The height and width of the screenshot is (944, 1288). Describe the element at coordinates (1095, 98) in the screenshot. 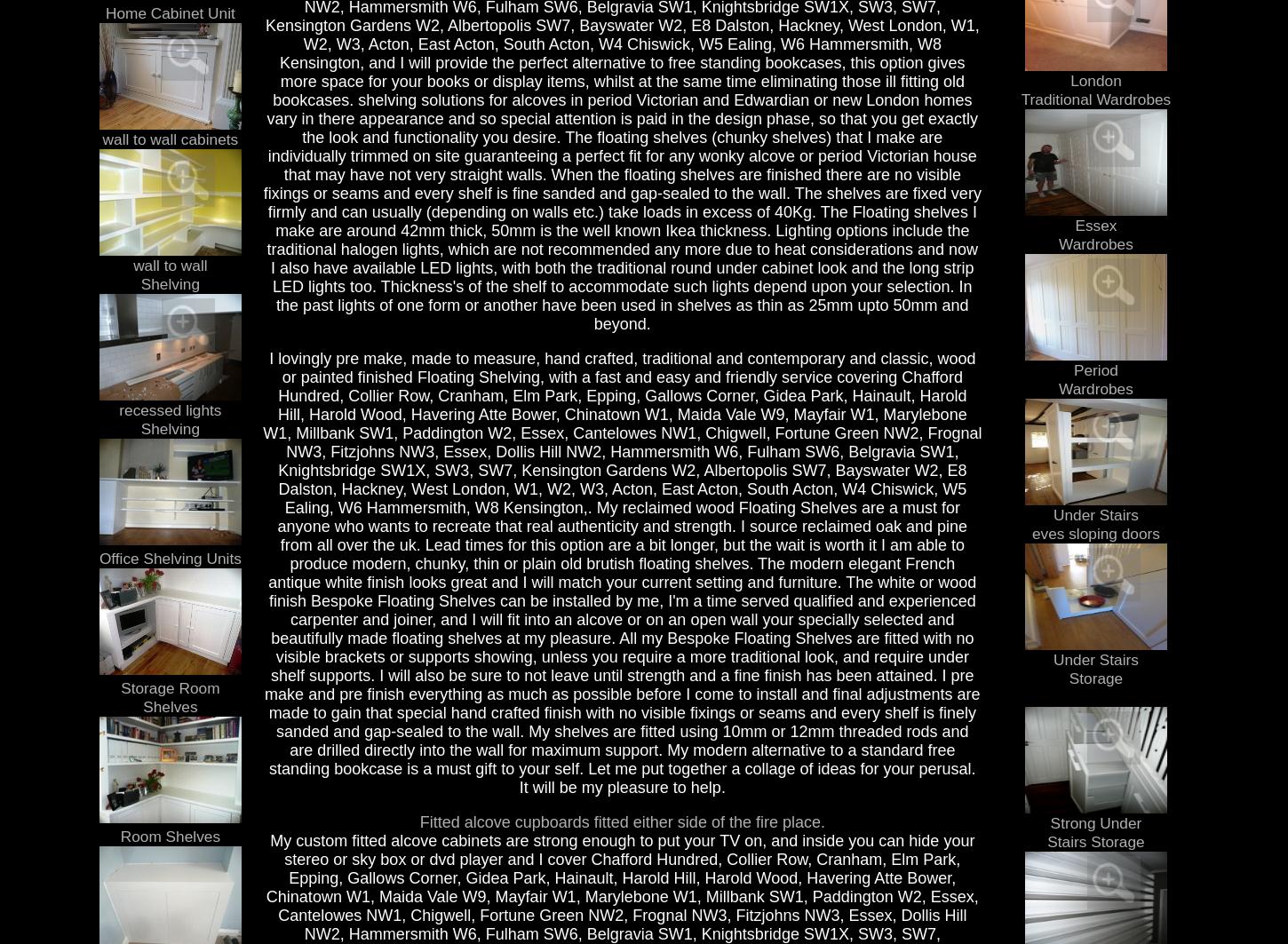

I see `'Traditional Wardrobes'` at that location.